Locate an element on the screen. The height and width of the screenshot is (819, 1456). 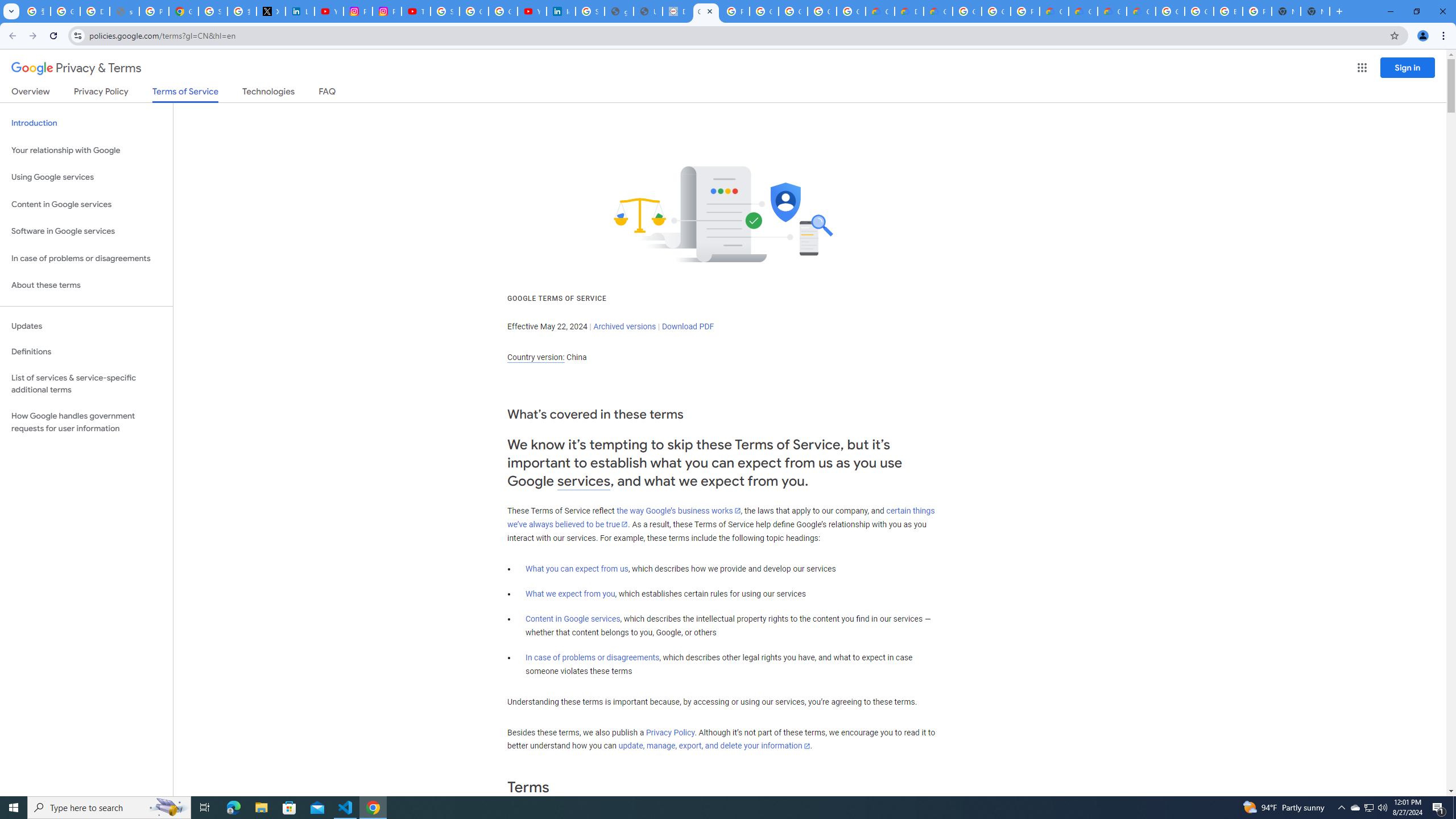
'Using Google services' is located at coordinates (86, 176).